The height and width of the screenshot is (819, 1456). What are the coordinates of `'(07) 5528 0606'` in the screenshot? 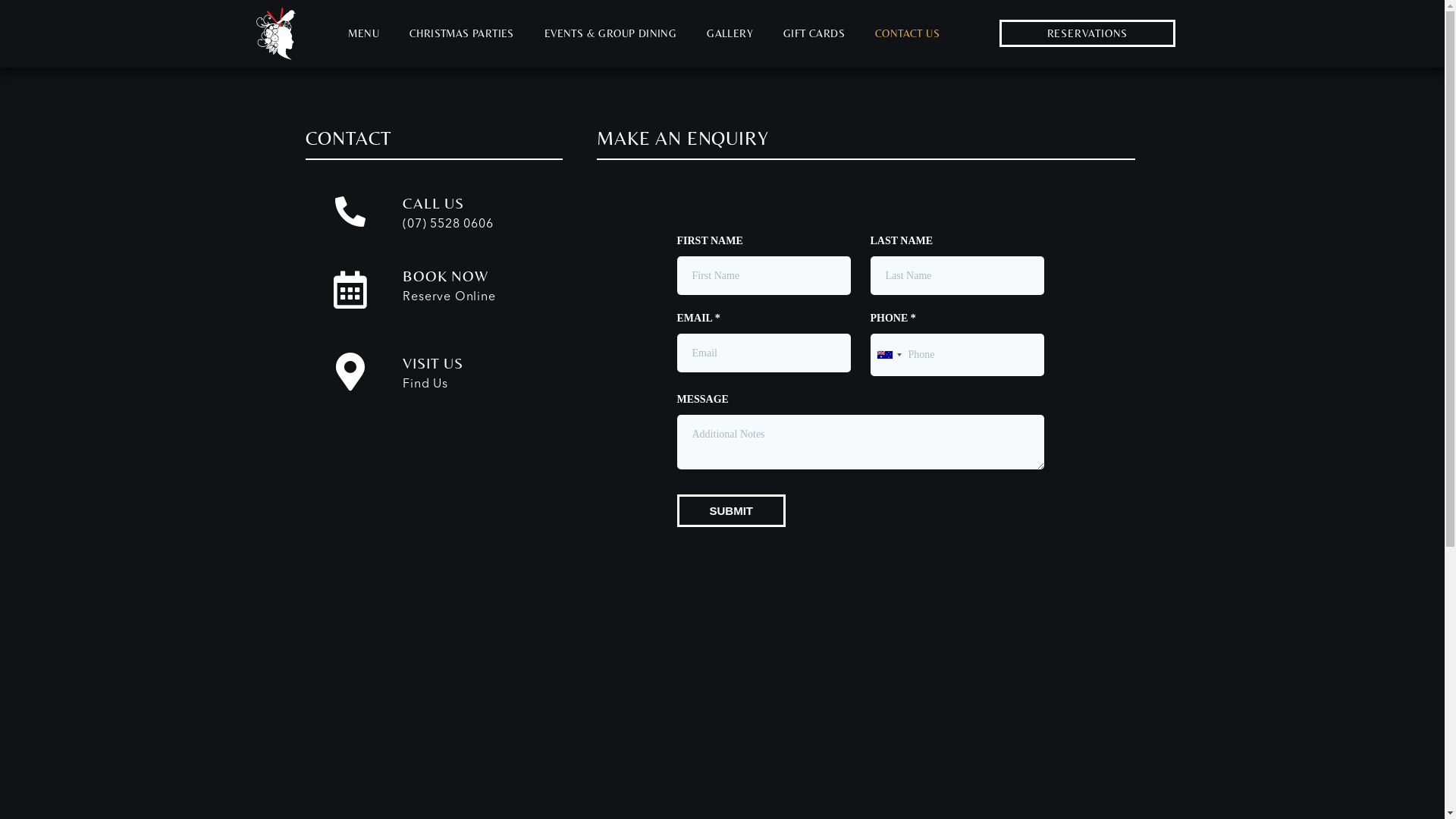 It's located at (447, 224).